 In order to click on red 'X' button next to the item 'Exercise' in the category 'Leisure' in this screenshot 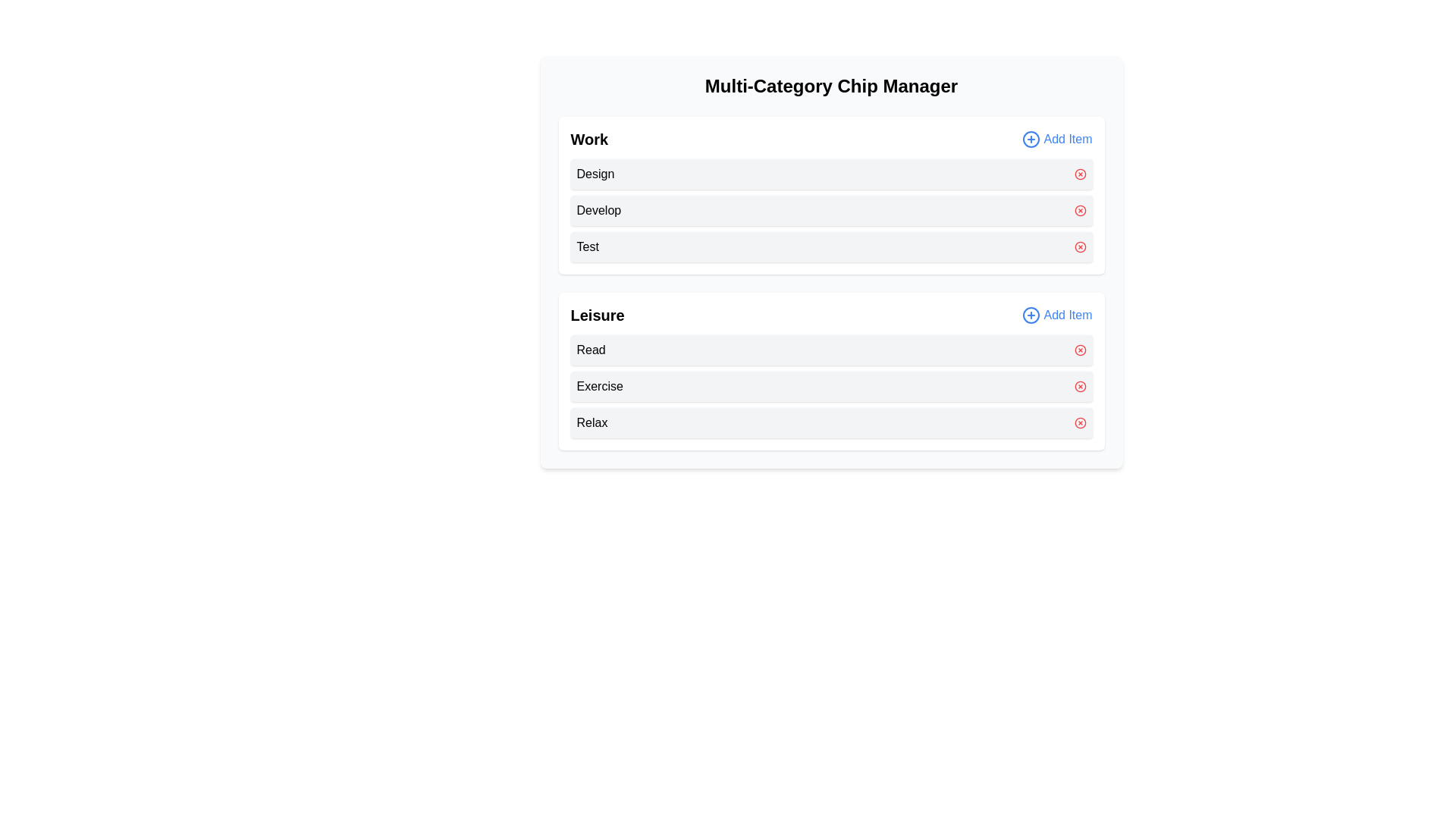, I will do `click(1079, 385)`.